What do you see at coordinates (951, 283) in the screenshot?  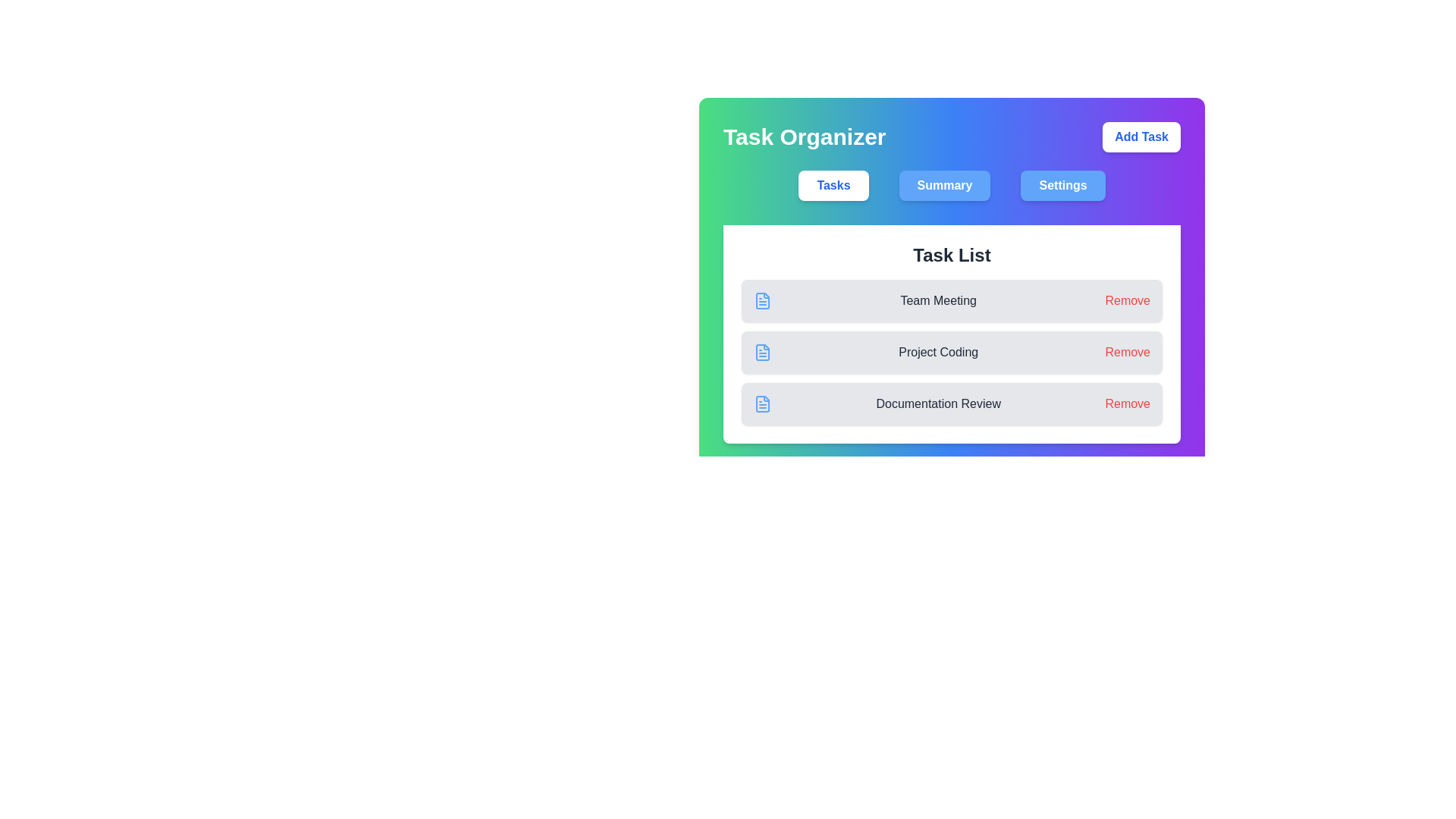 I see `the 'Task List' section of the Task Organizer interface` at bounding box center [951, 283].